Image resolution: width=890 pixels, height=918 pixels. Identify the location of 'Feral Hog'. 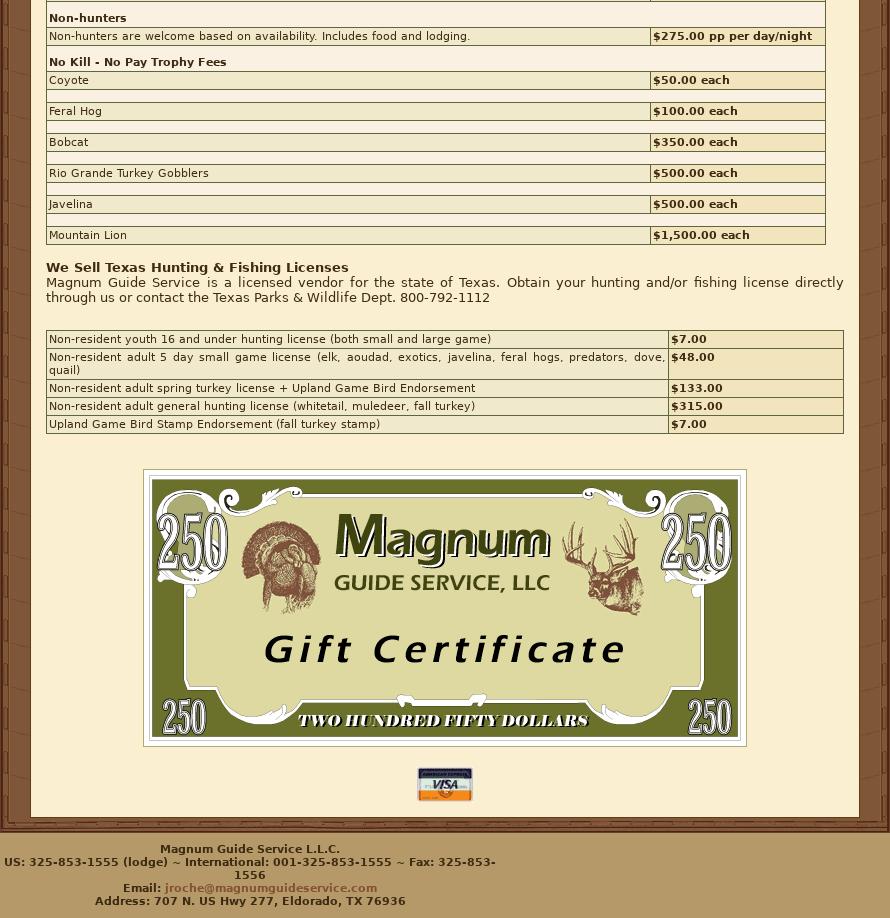
(74, 110).